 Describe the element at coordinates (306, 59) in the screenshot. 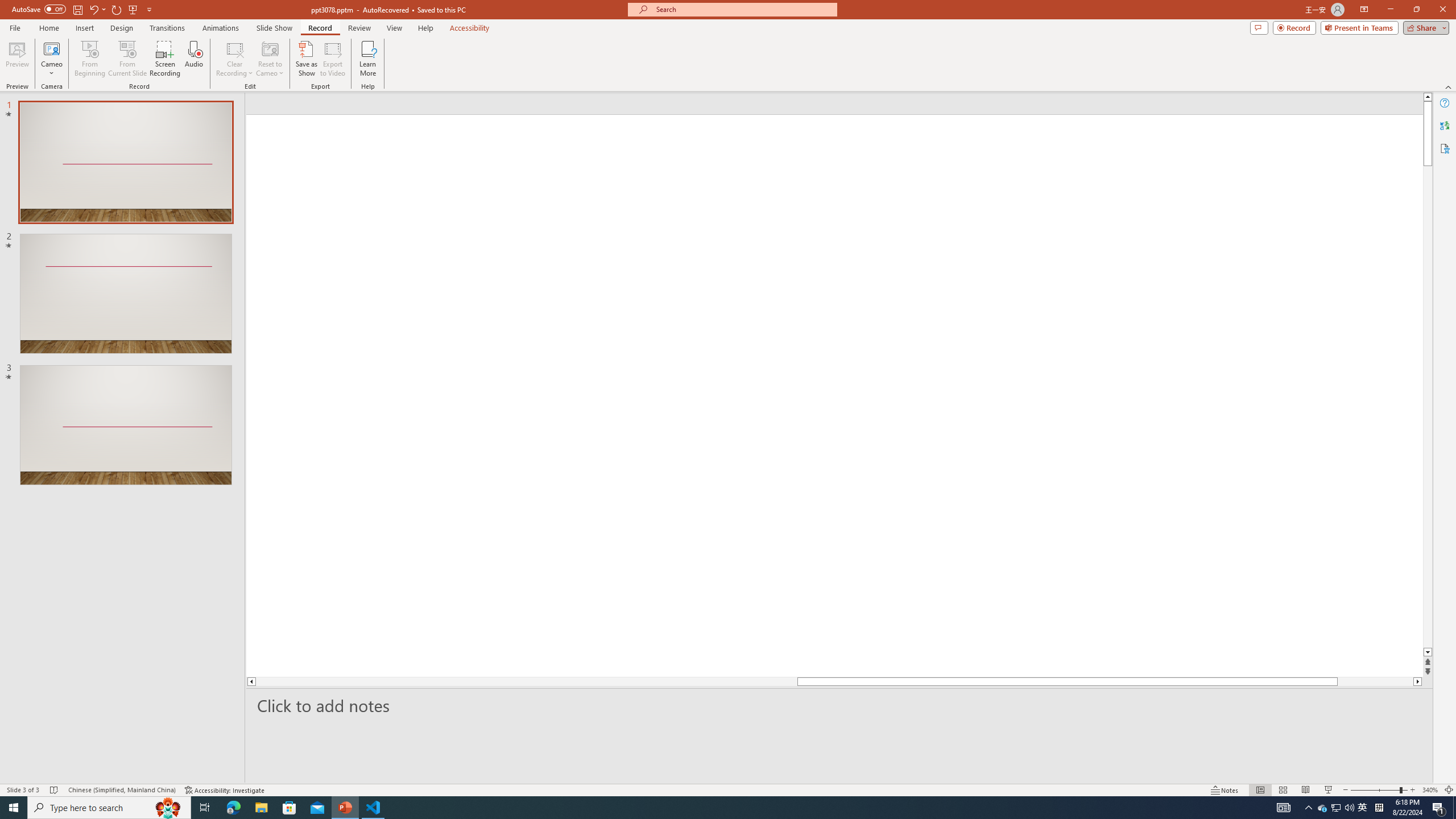

I see `'Save as Show'` at that location.